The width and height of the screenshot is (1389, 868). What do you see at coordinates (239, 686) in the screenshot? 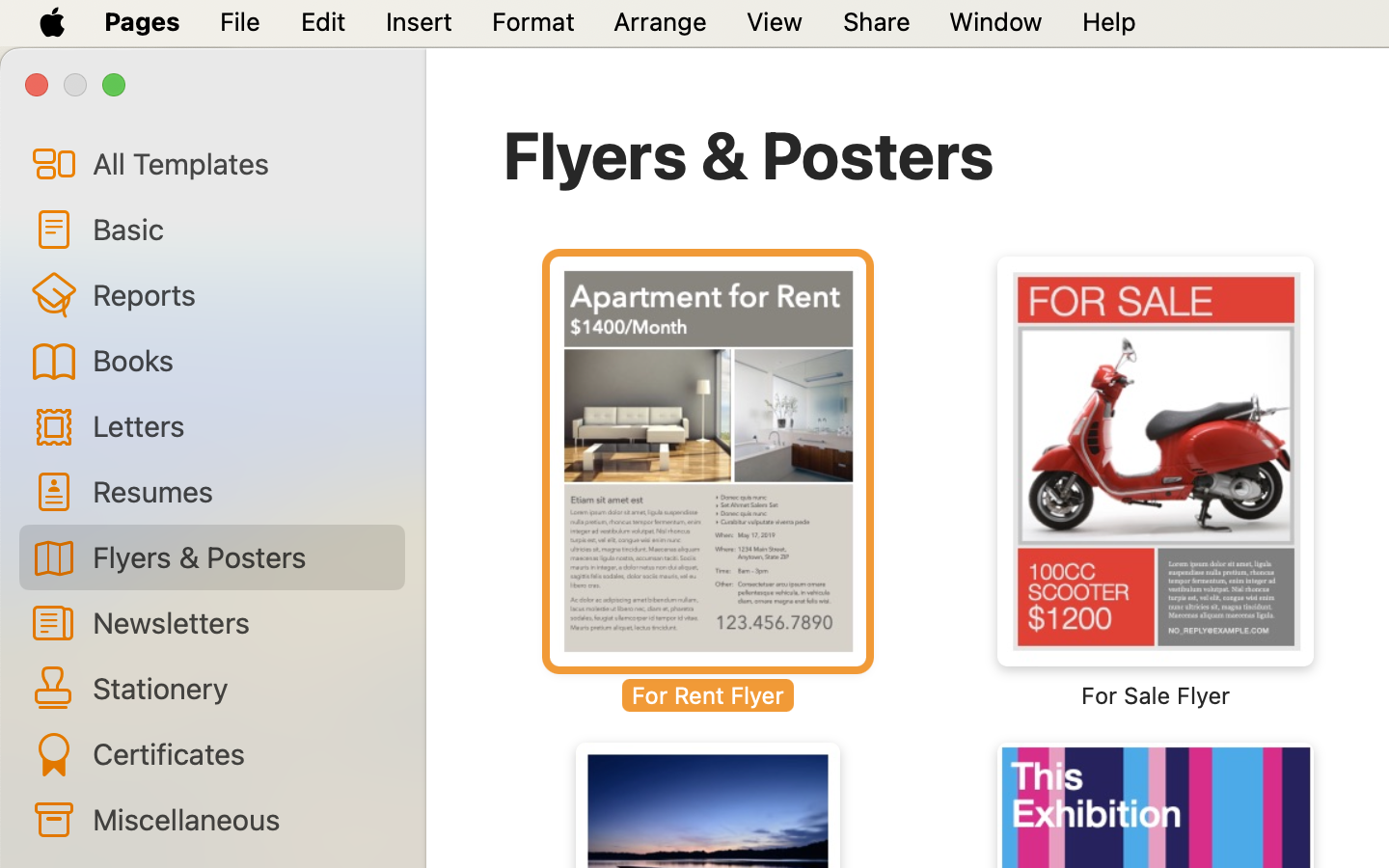
I see `'Stationery'` at bounding box center [239, 686].